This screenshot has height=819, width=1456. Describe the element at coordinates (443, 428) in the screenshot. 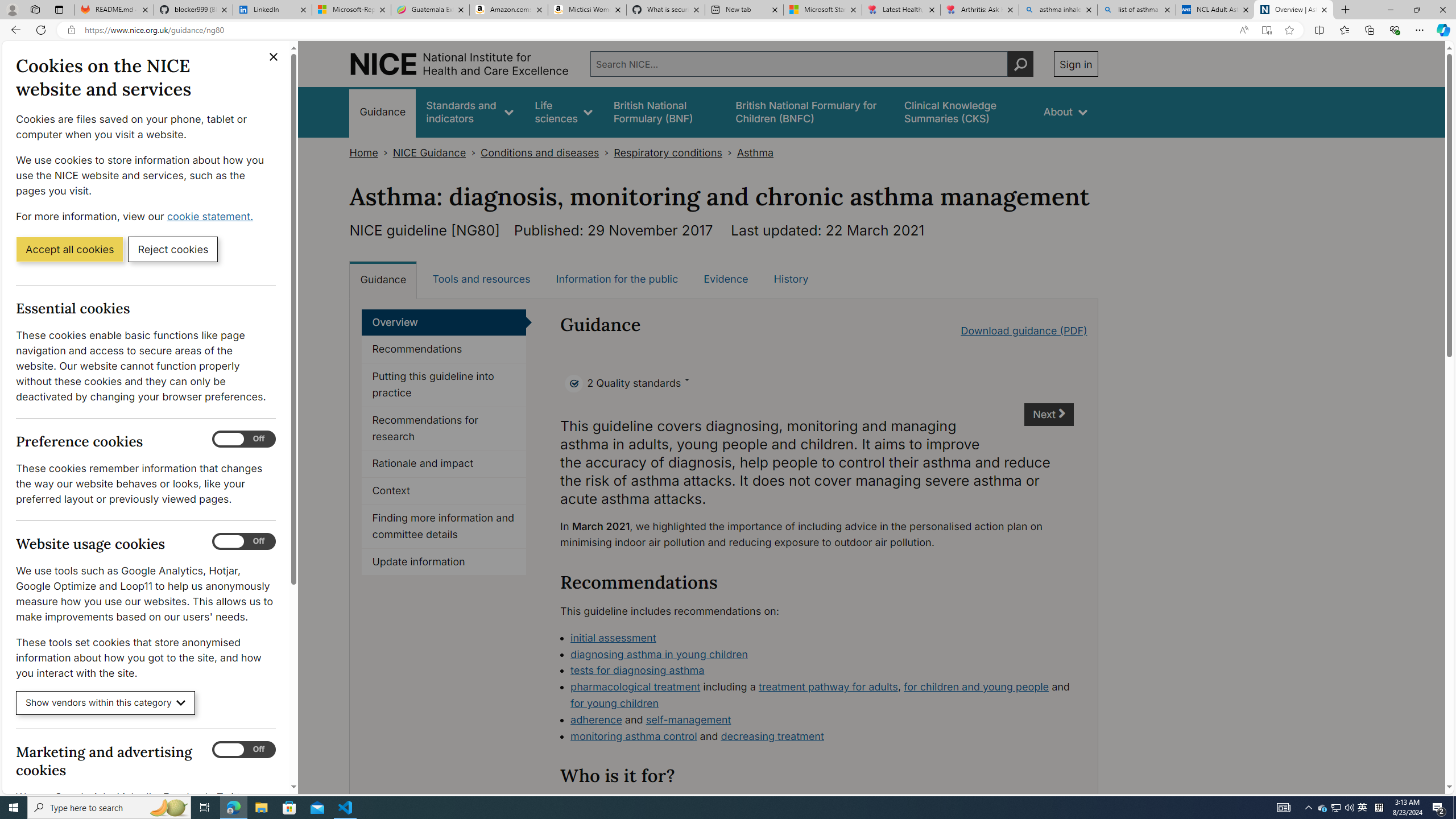

I see `'Recommendations for research'` at that location.